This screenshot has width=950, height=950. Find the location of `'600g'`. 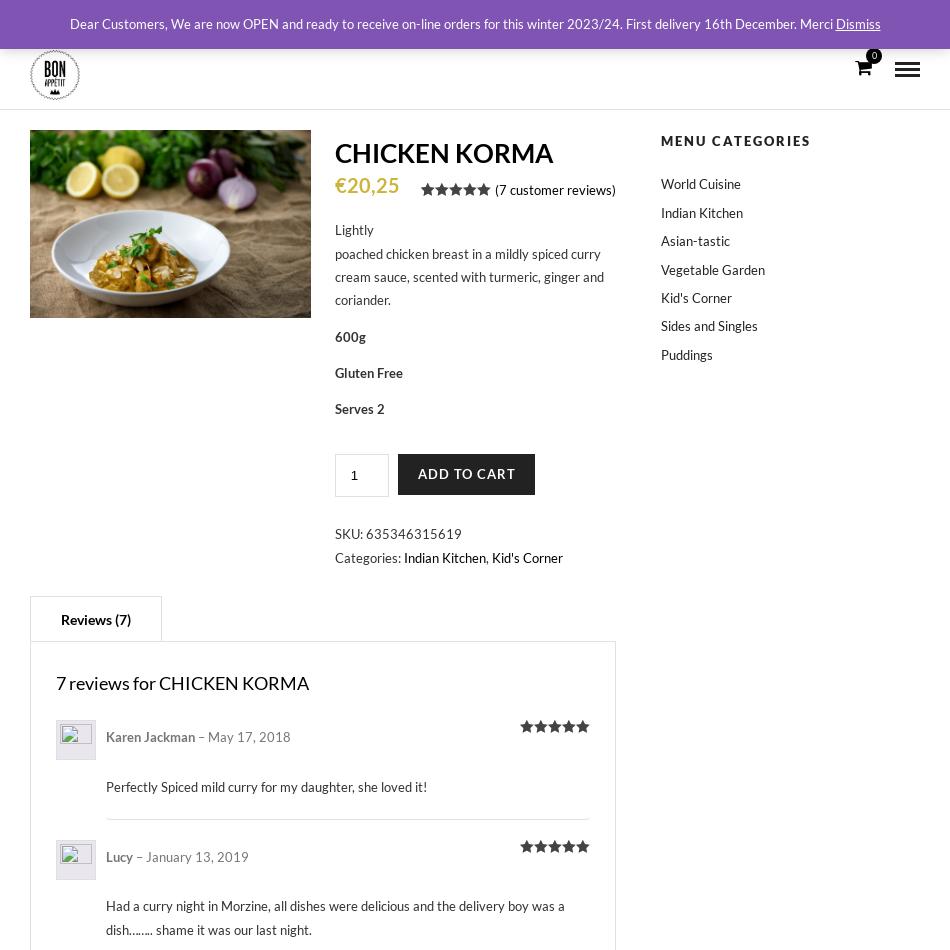

'600g' is located at coordinates (348, 335).